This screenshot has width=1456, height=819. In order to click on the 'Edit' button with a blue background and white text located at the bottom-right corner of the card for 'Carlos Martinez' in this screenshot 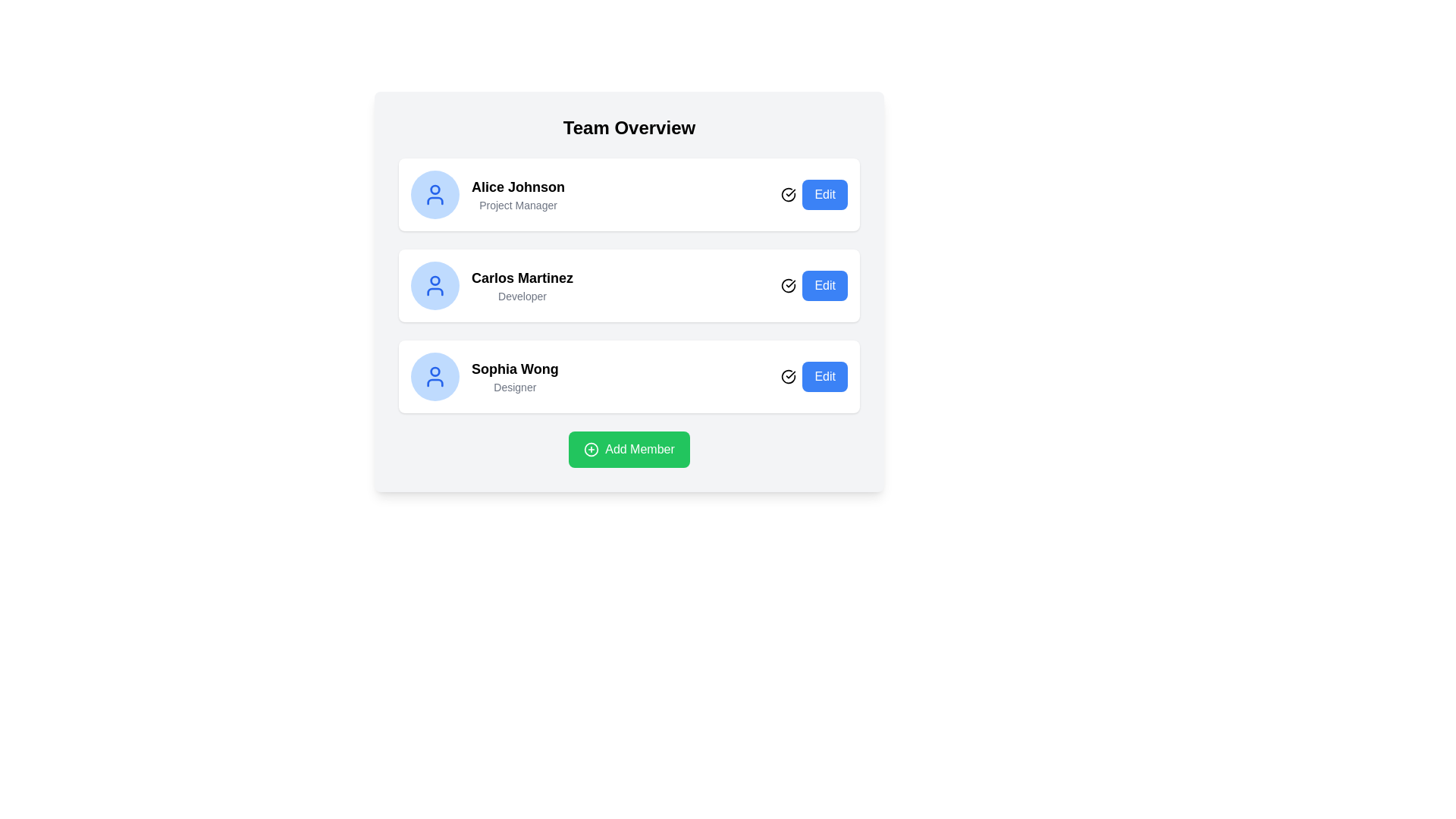, I will do `click(814, 286)`.